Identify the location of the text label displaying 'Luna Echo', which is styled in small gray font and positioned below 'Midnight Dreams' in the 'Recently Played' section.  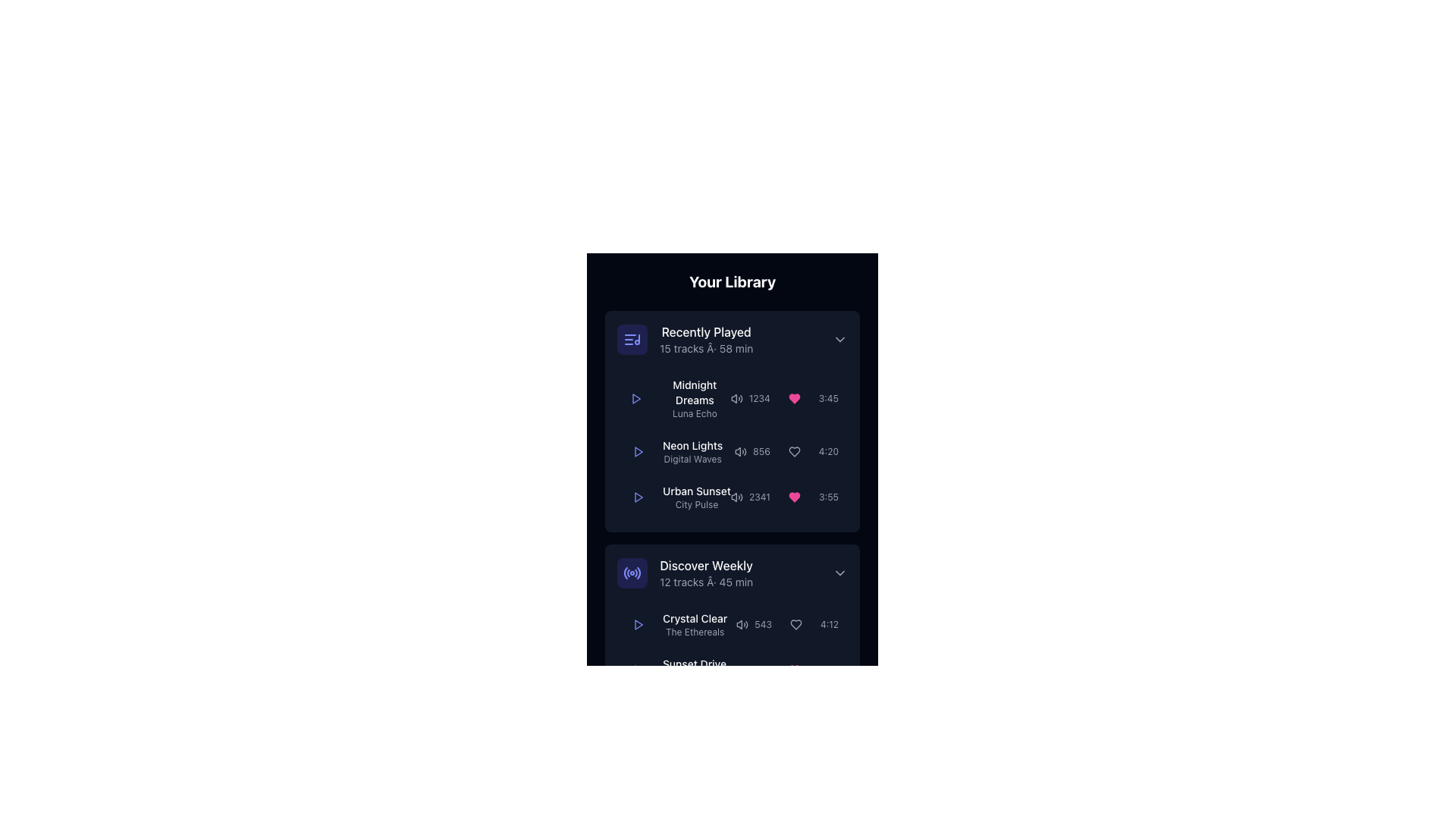
(694, 414).